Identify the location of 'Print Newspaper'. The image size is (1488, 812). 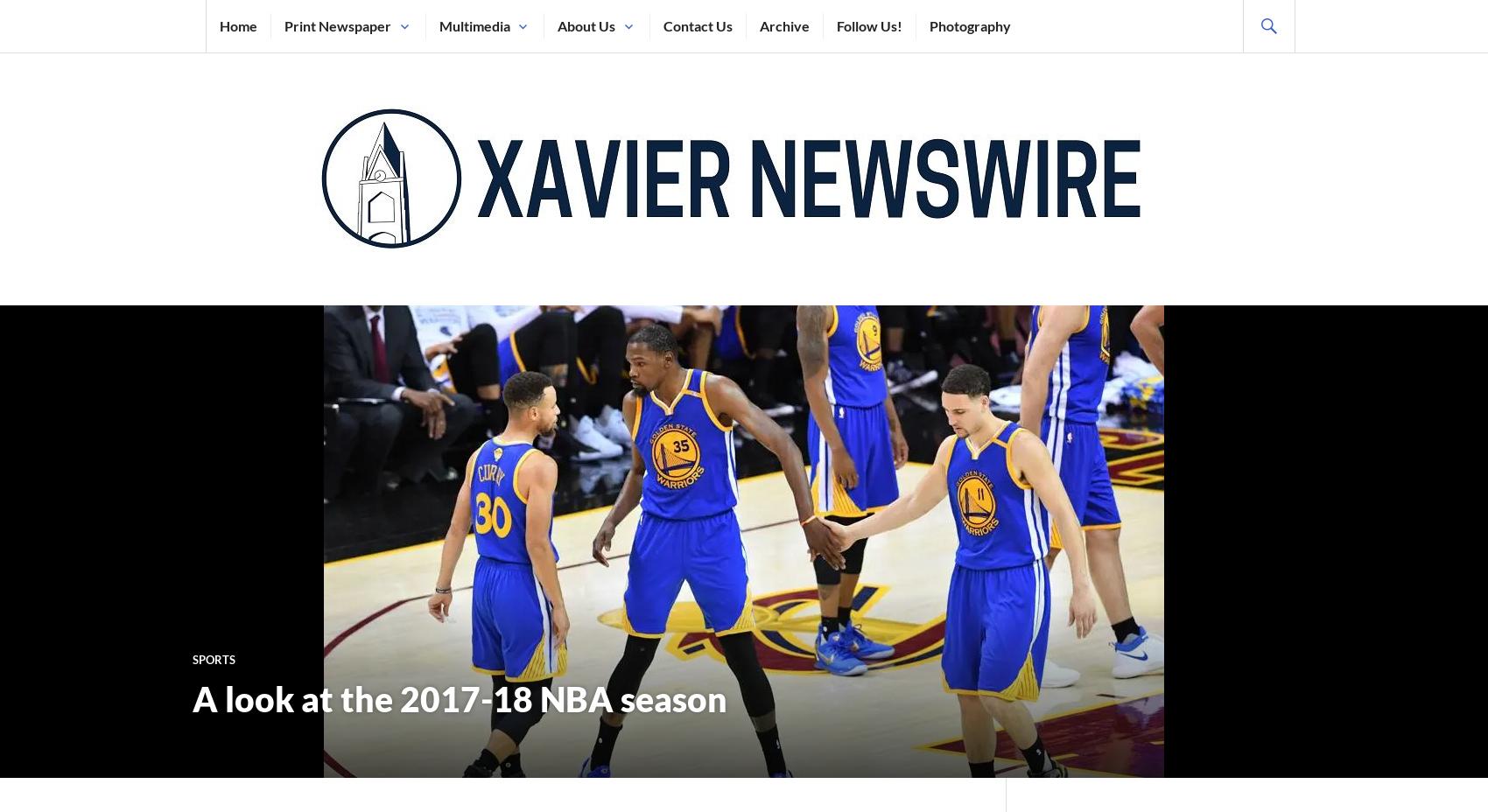
(337, 24).